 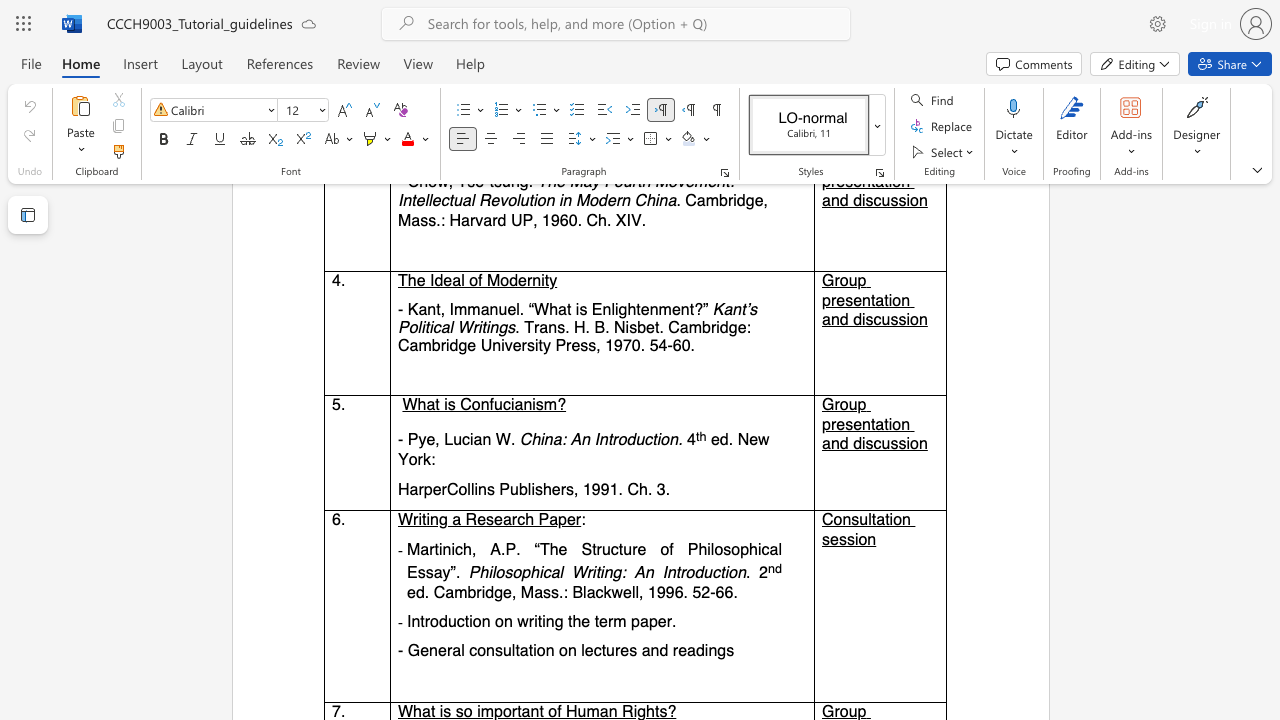 I want to click on the 3th character "a" in the text, so click(x=437, y=573).